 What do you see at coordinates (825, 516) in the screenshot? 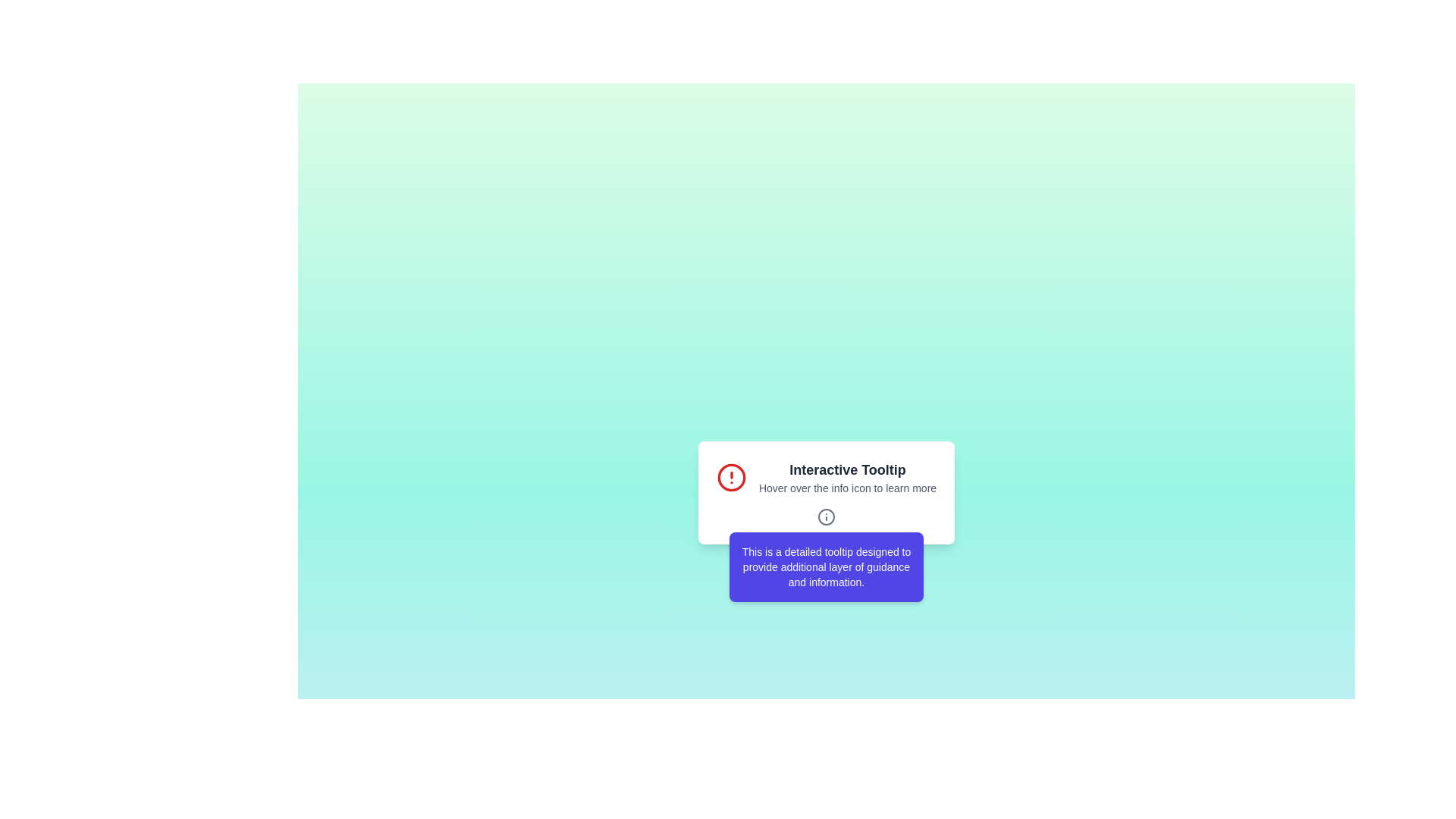
I see `the subtle circular icon with a fine border located in the informational tooltip under the title 'Interactive Tooltip'` at bounding box center [825, 516].